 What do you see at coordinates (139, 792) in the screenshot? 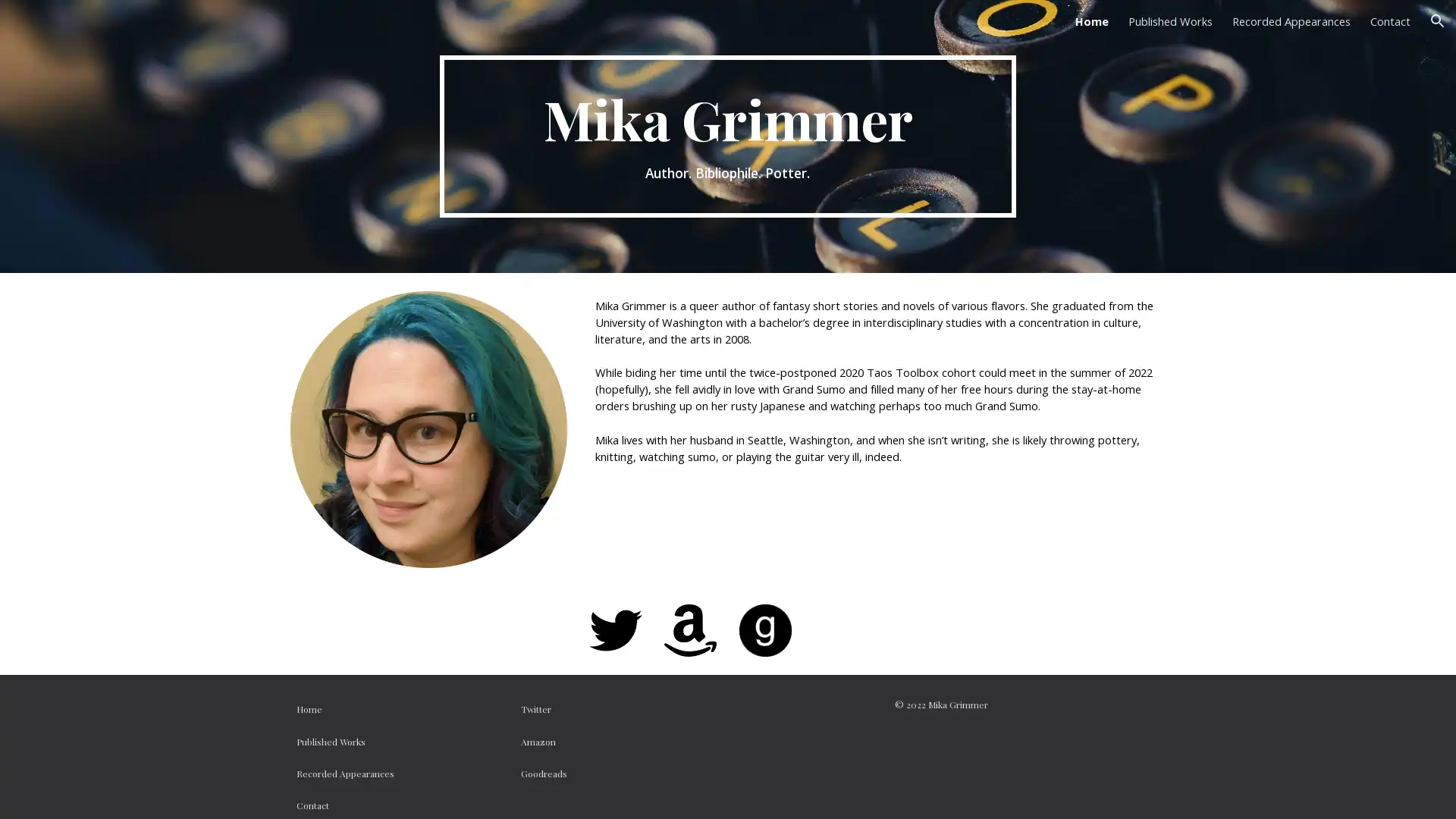
I see `Report abuse` at bounding box center [139, 792].